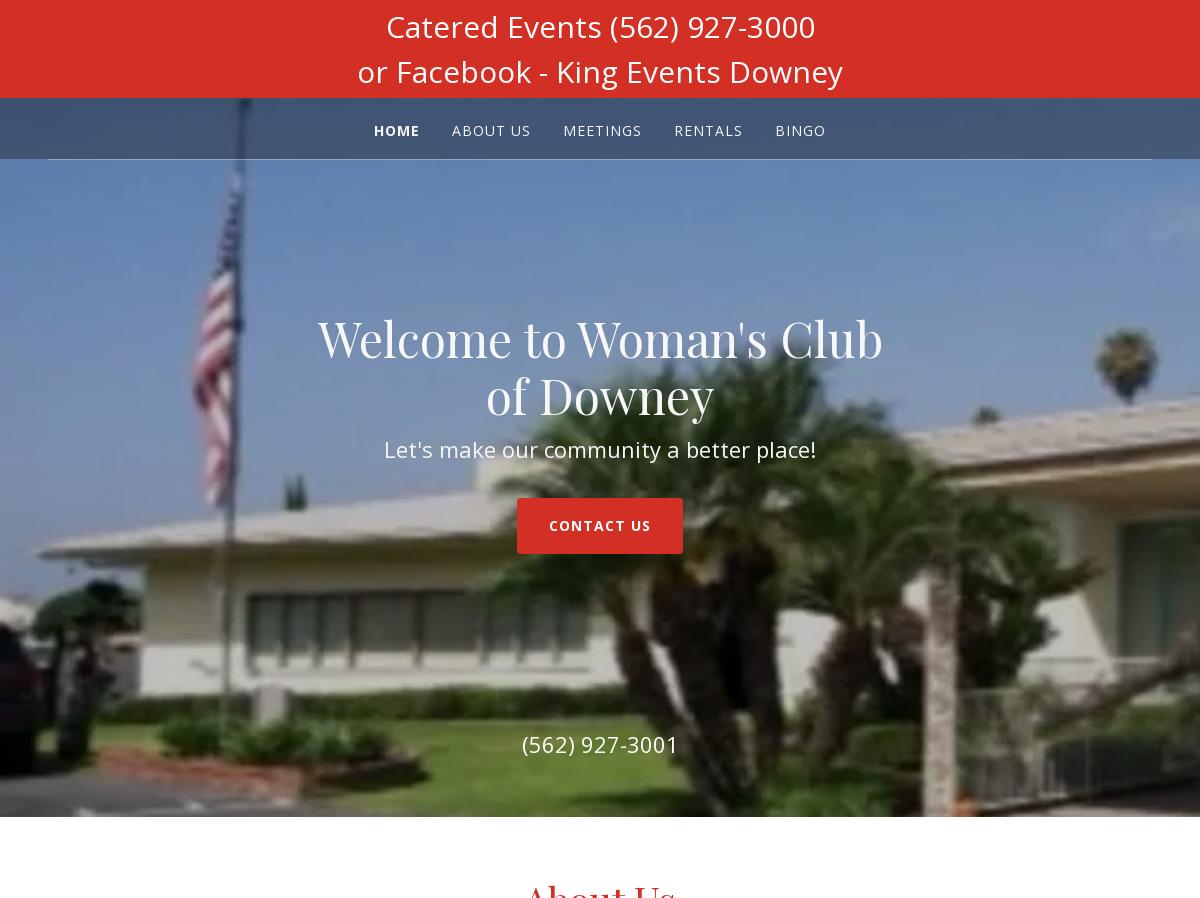 Image resolution: width=1200 pixels, height=898 pixels. What do you see at coordinates (520, 743) in the screenshot?
I see `'(562) 927-3001'` at bounding box center [520, 743].